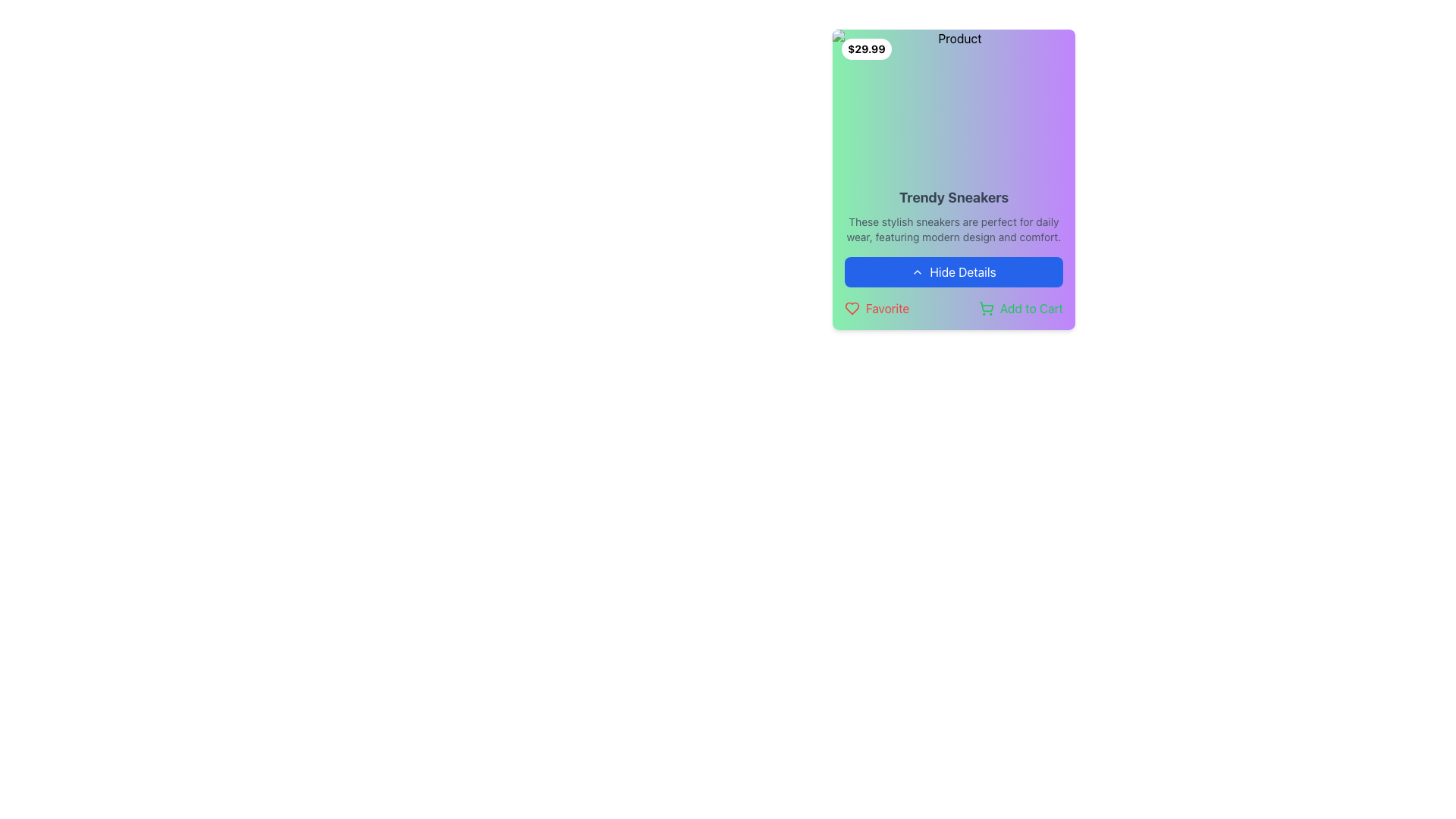 Image resolution: width=1456 pixels, height=819 pixels. Describe the element at coordinates (917, 271) in the screenshot. I see `the collapsible 'Hide Details' button which features an arrow icon on the left side, located in the middle-bottom area of the product card interface` at that location.